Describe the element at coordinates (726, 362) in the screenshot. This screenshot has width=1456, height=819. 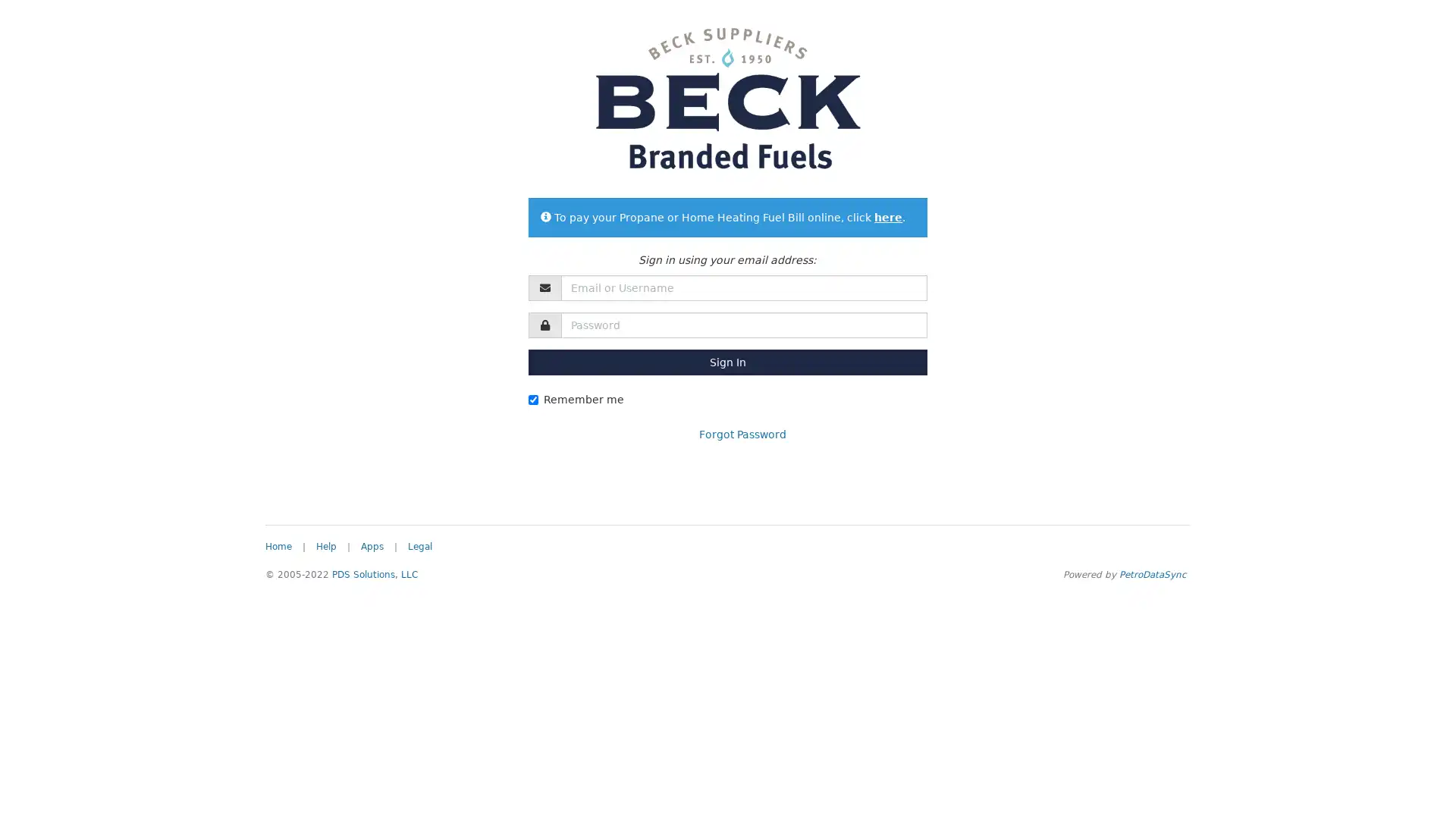
I see `Sign In` at that location.